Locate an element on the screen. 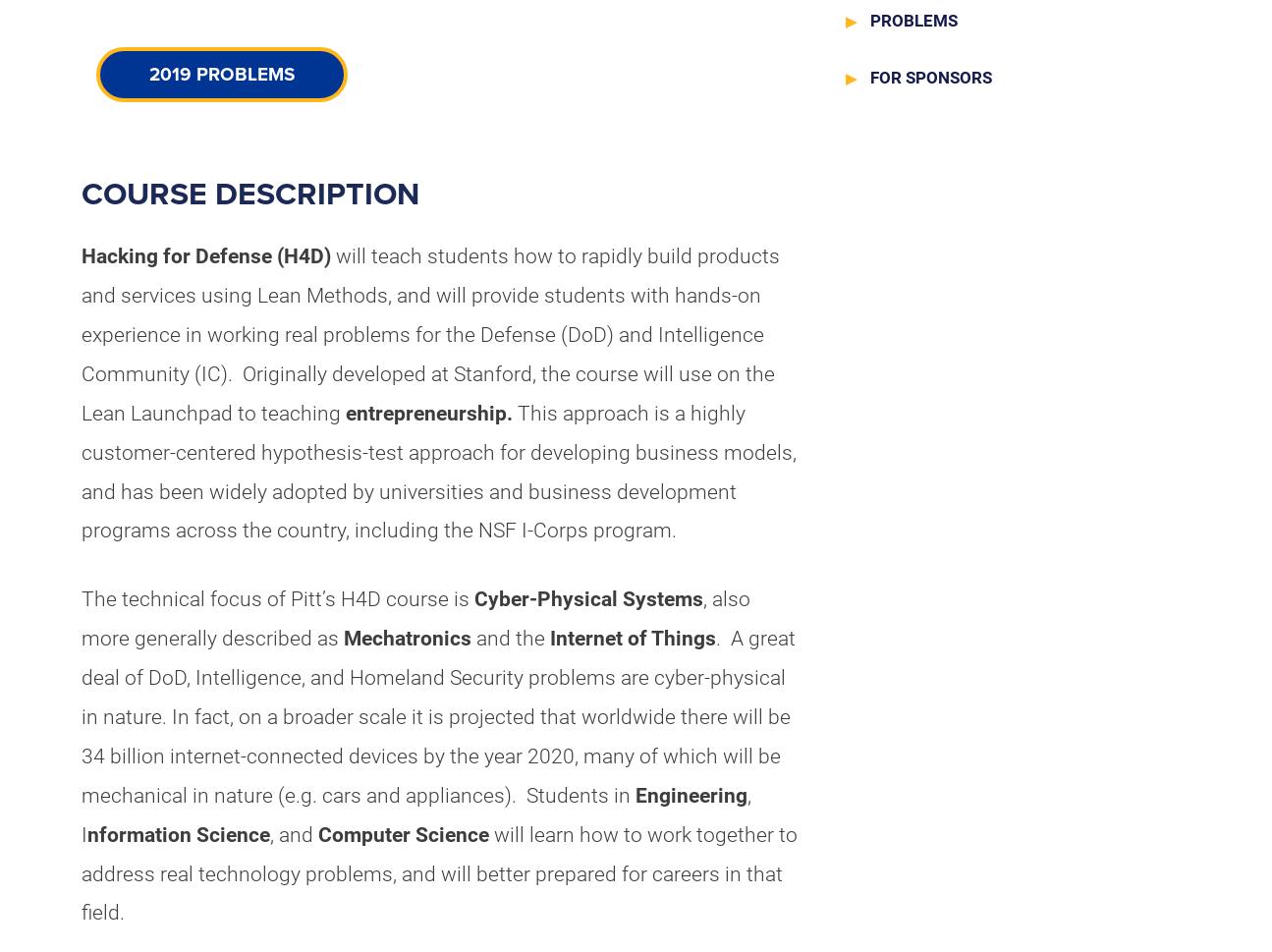 This screenshot has width=1272, height=952. 'This approach is a highly customer-centered hypothesis-test approach for developing business models, and has been widely adopted by universities and business development programs across the country, including the NSF I-Corps program.' is located at coordinates (436, 472).